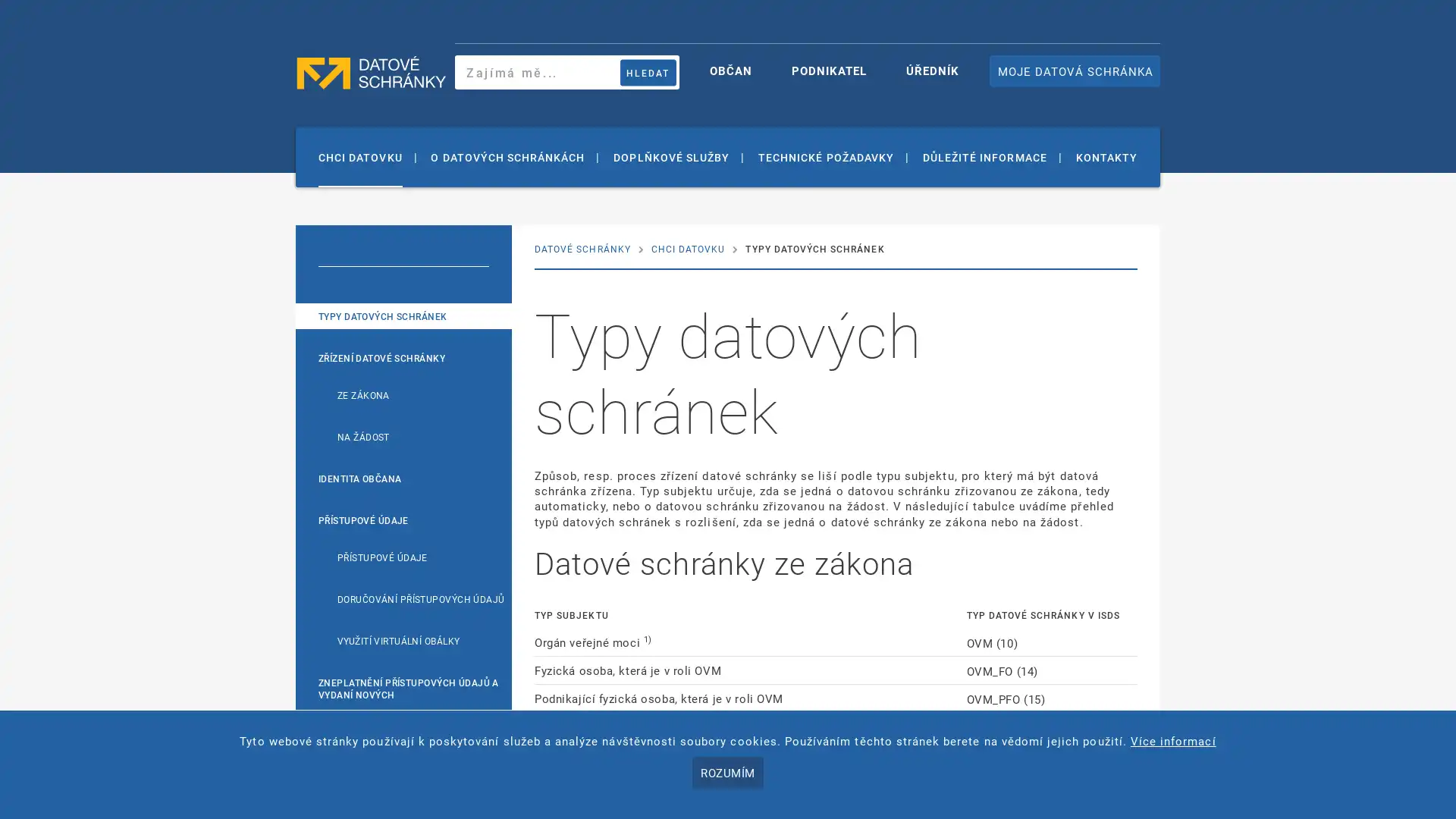 The image size is (1456, 819). What do you see at coordinates (648, 72) in the screenshot?
I see `Hledat` at bounding box center [648, 72].